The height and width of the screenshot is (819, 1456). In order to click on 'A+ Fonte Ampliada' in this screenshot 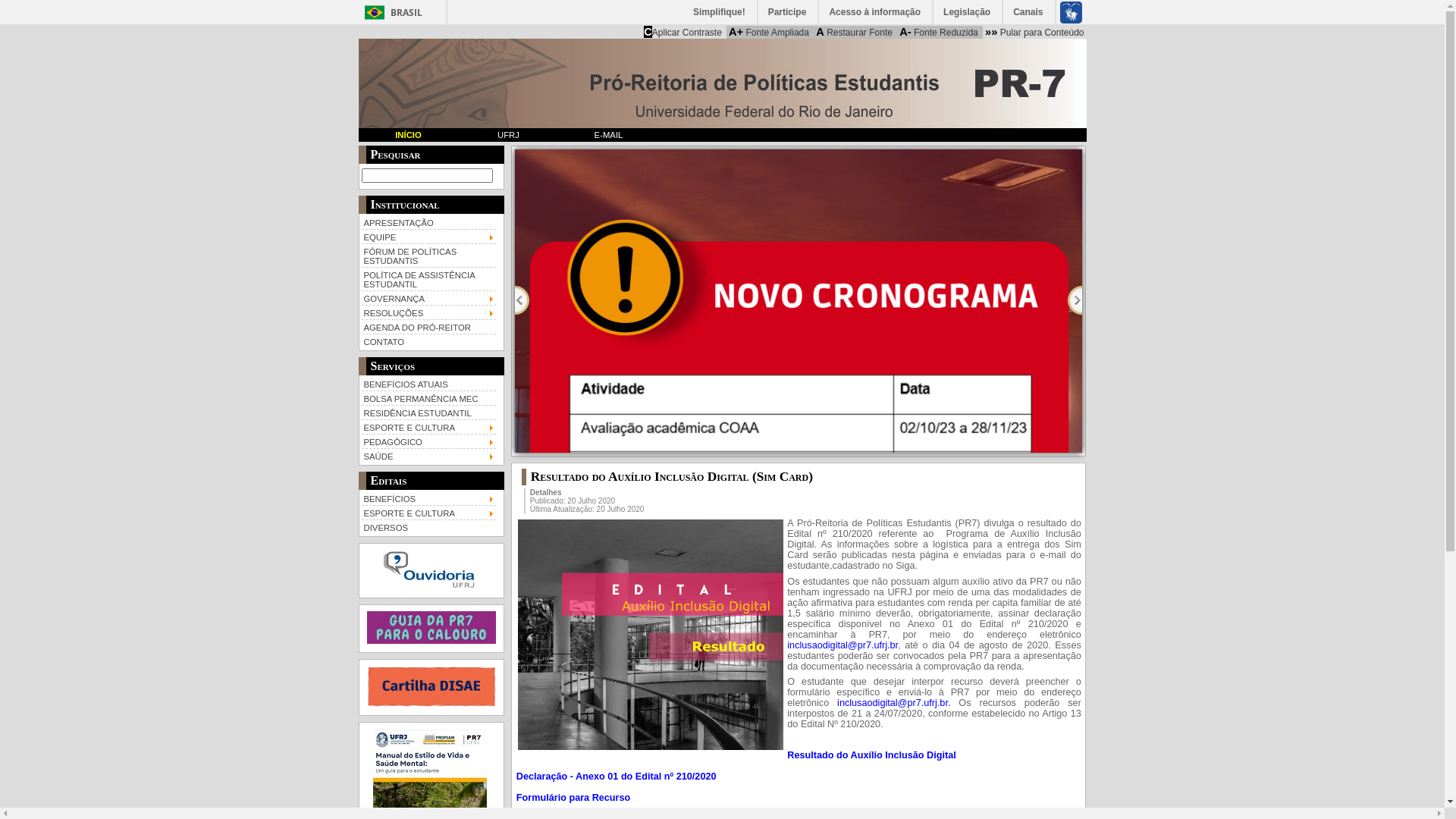, I will do `click(768, 32)`.